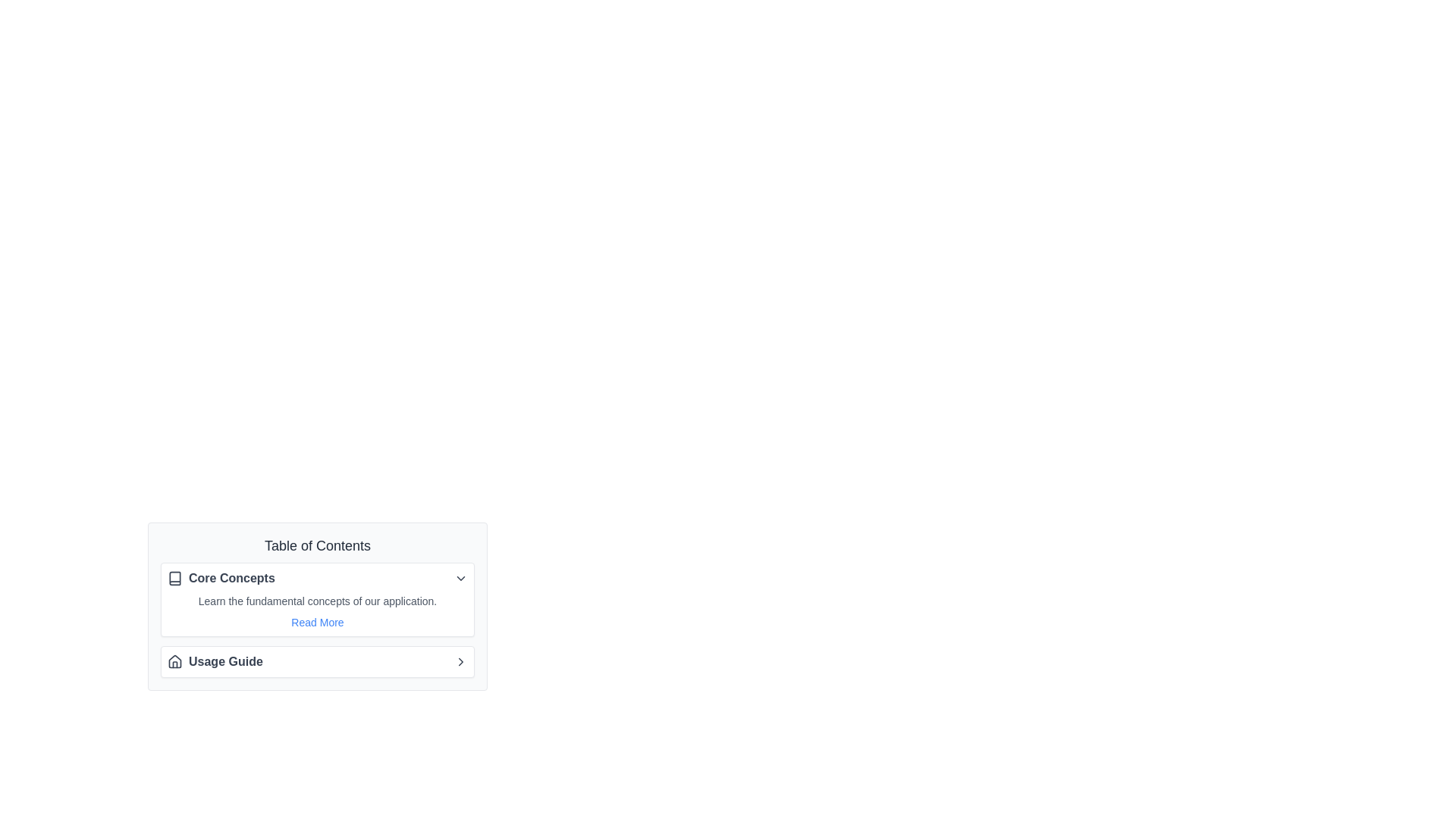 The image size is (1456, 819). I want to click on the house icon located to the left of the 'Usage Guide' text in the 'Table of Contents' section, so click(174, 661).